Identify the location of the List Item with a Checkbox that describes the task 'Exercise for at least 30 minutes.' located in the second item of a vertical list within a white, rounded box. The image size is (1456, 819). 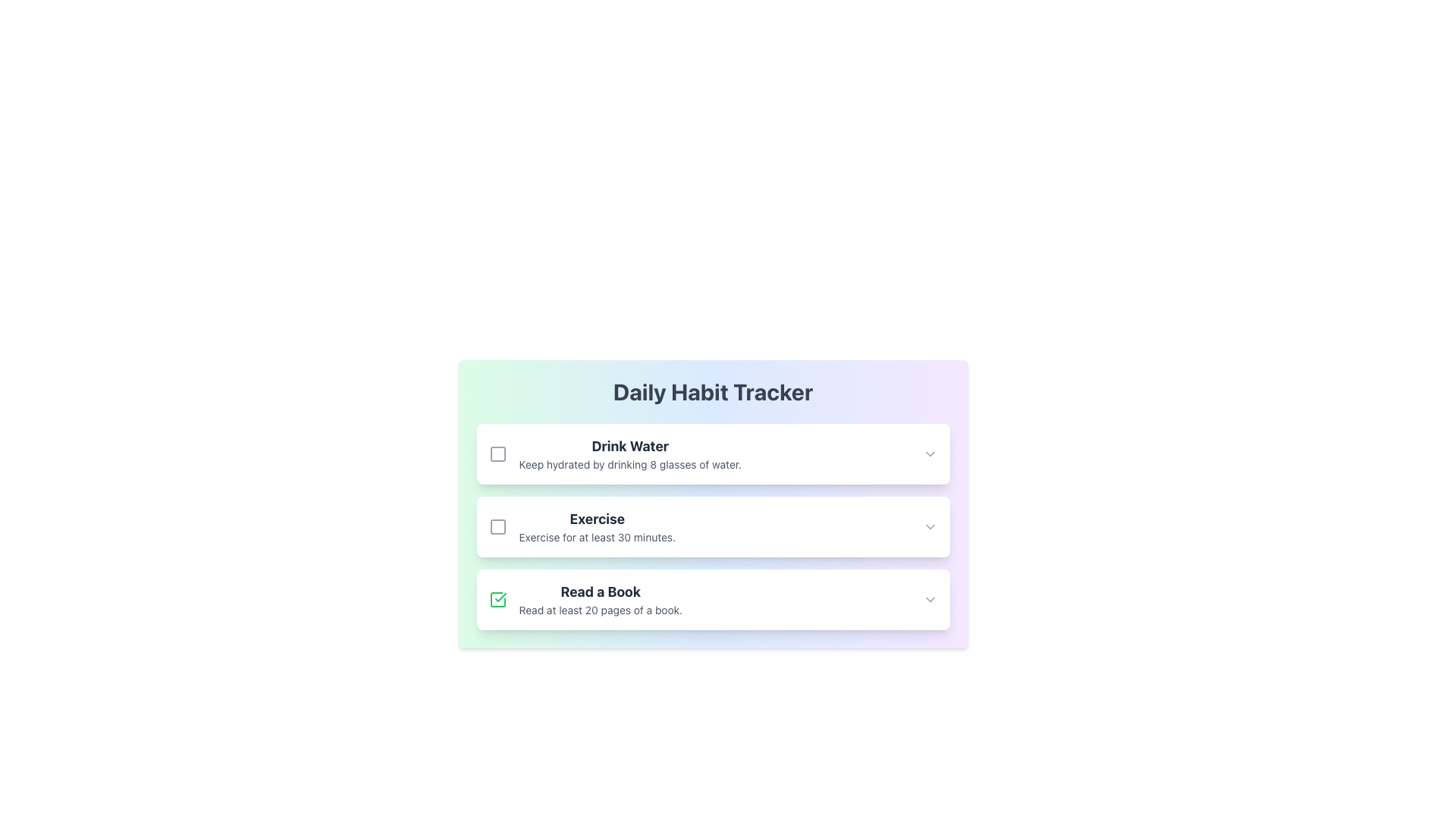
(581, 526).